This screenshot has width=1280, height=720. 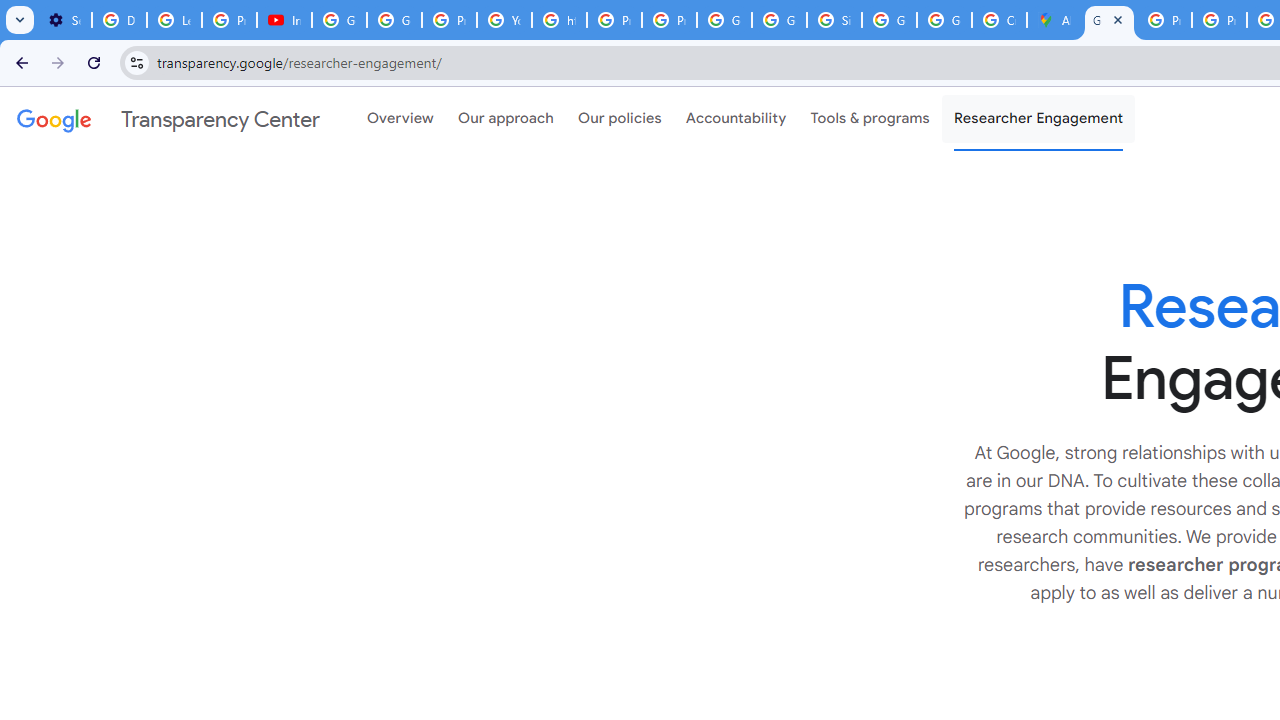 I want to click on 'Accountability', so click(x=735, y=119).